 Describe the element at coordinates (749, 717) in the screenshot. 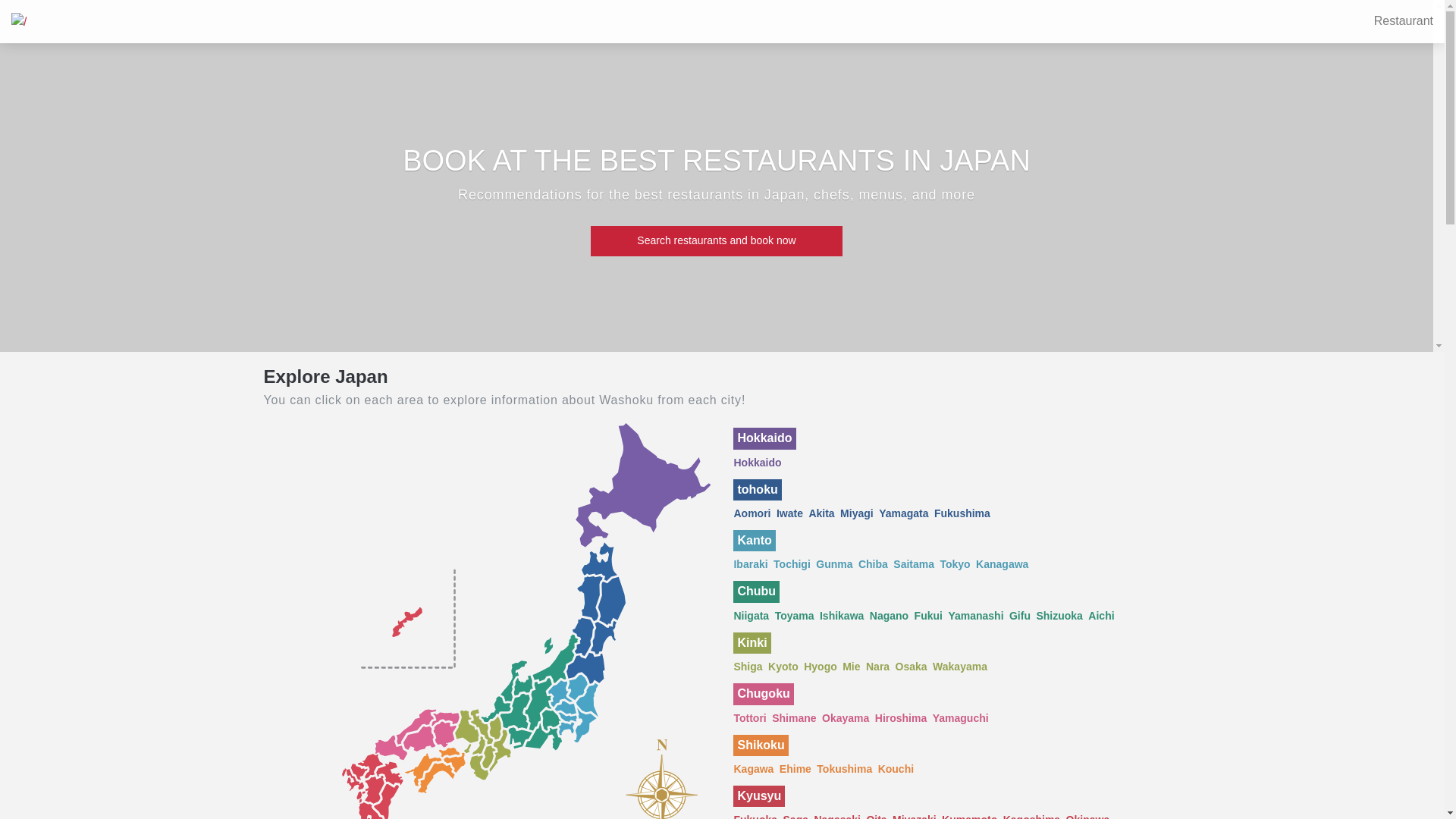

I see `'Tottori'` at that location.